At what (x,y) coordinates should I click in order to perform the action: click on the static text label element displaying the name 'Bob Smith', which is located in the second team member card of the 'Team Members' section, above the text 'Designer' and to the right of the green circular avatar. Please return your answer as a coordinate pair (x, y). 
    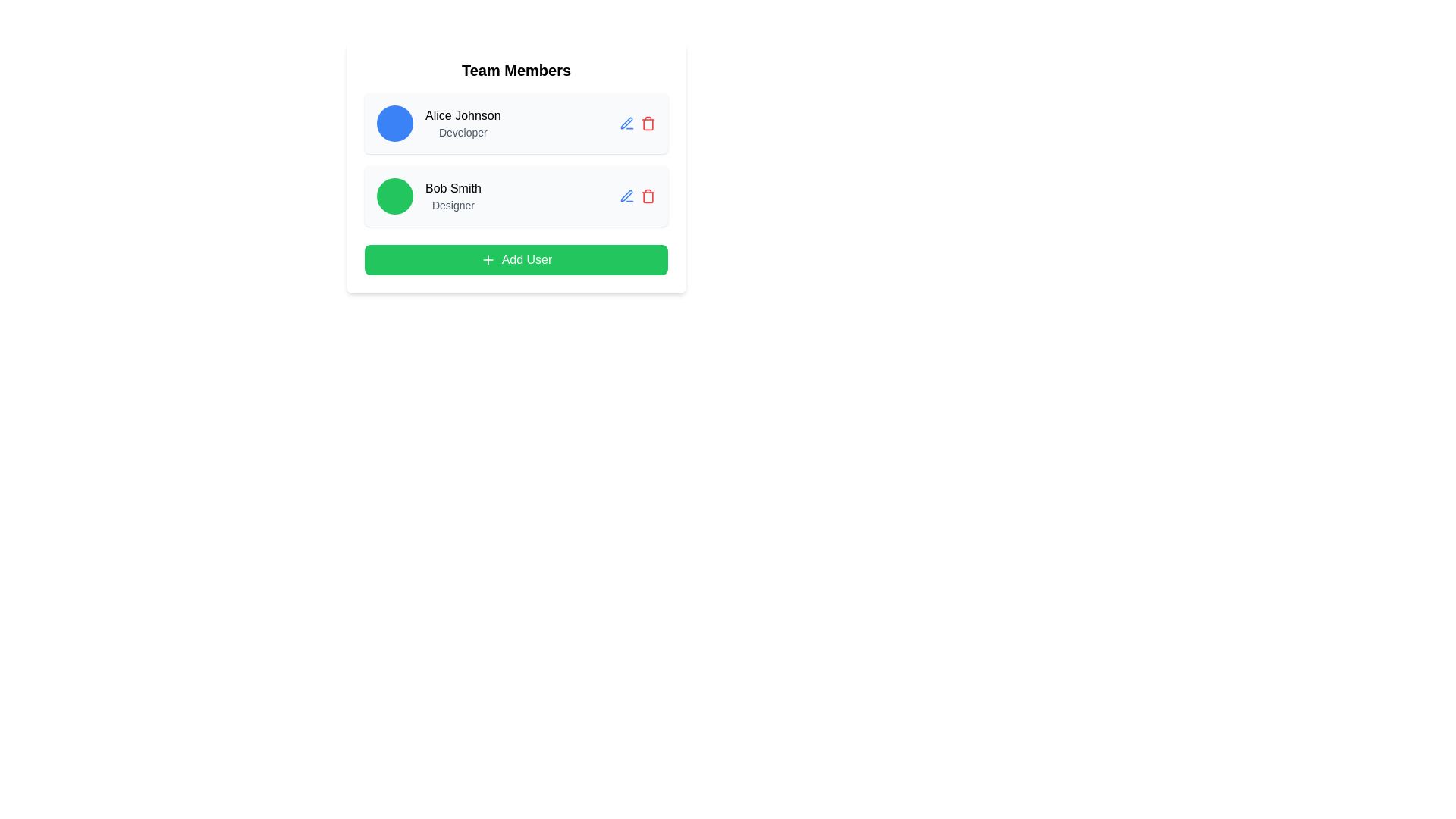
    Looking at the image, I should click on (452, 188).